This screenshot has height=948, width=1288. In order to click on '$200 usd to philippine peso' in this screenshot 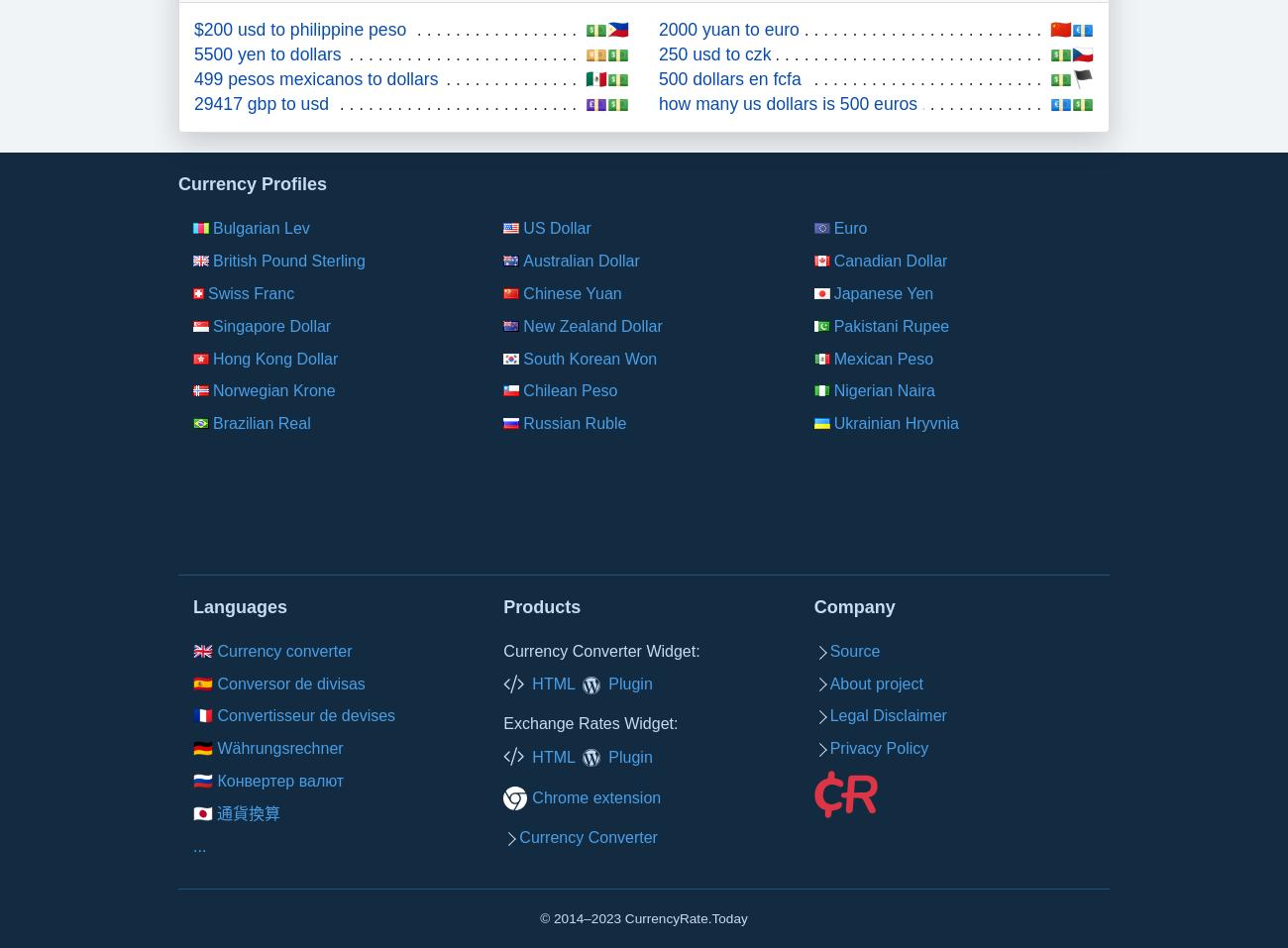, I will do `click(300, 27)`.